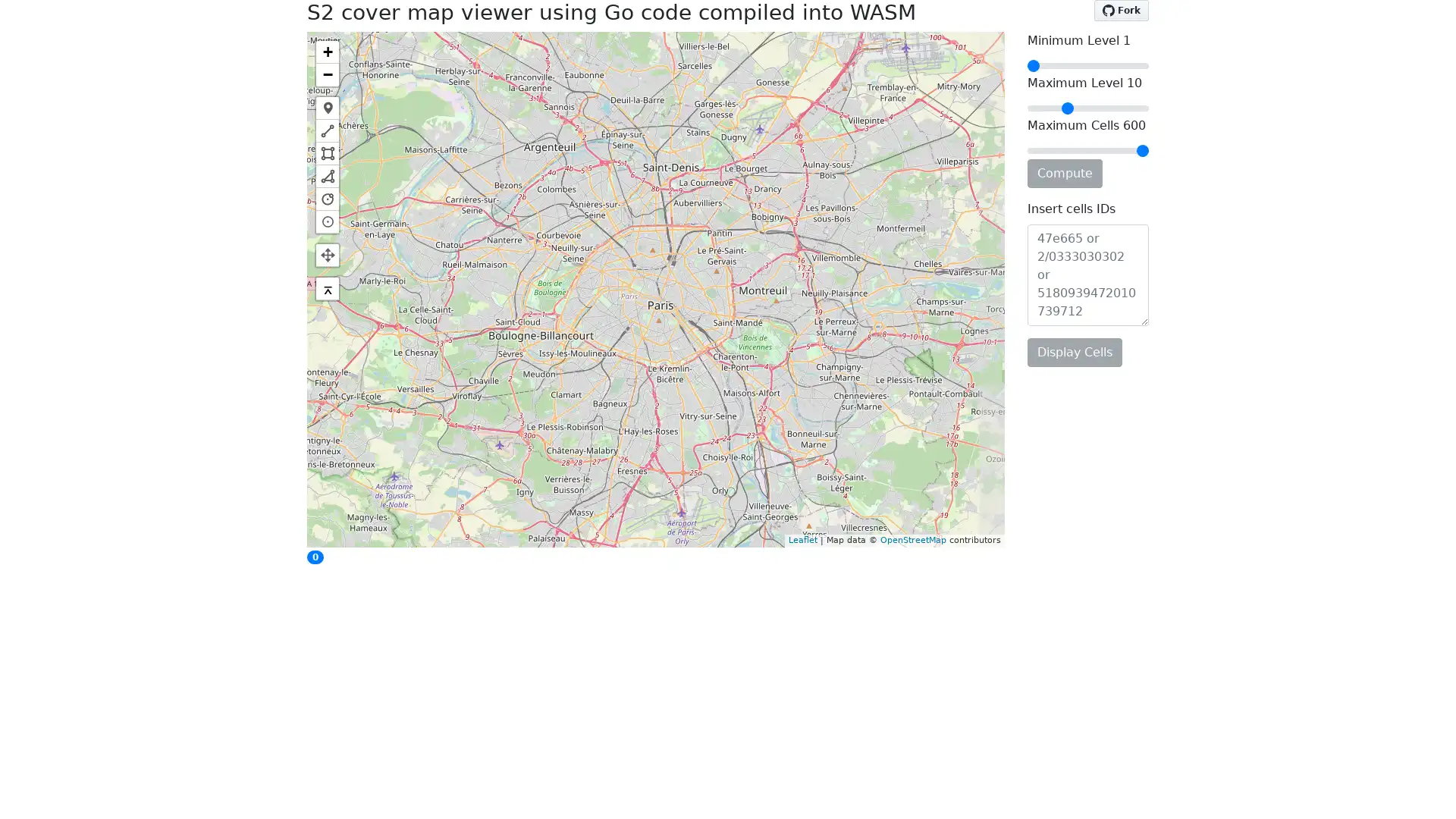 The width and height of the screenshot is (1456, 819). I want to click on Display Cells, so click(1074, 351).